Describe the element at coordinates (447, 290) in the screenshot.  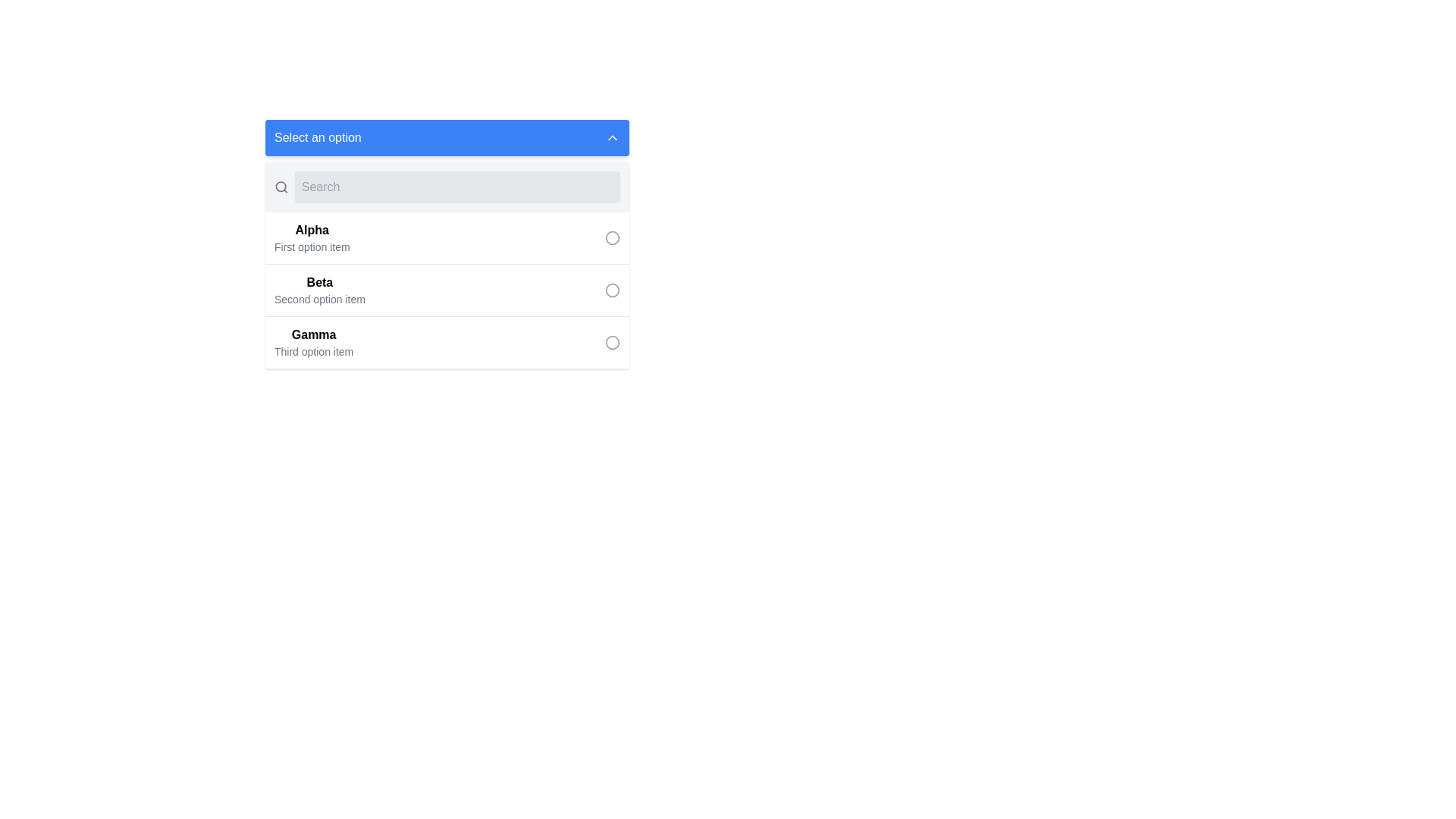
I see `the list item with the bold title 'Beta' and subtitle 'Second option item' in the dropdown menu` at that location.